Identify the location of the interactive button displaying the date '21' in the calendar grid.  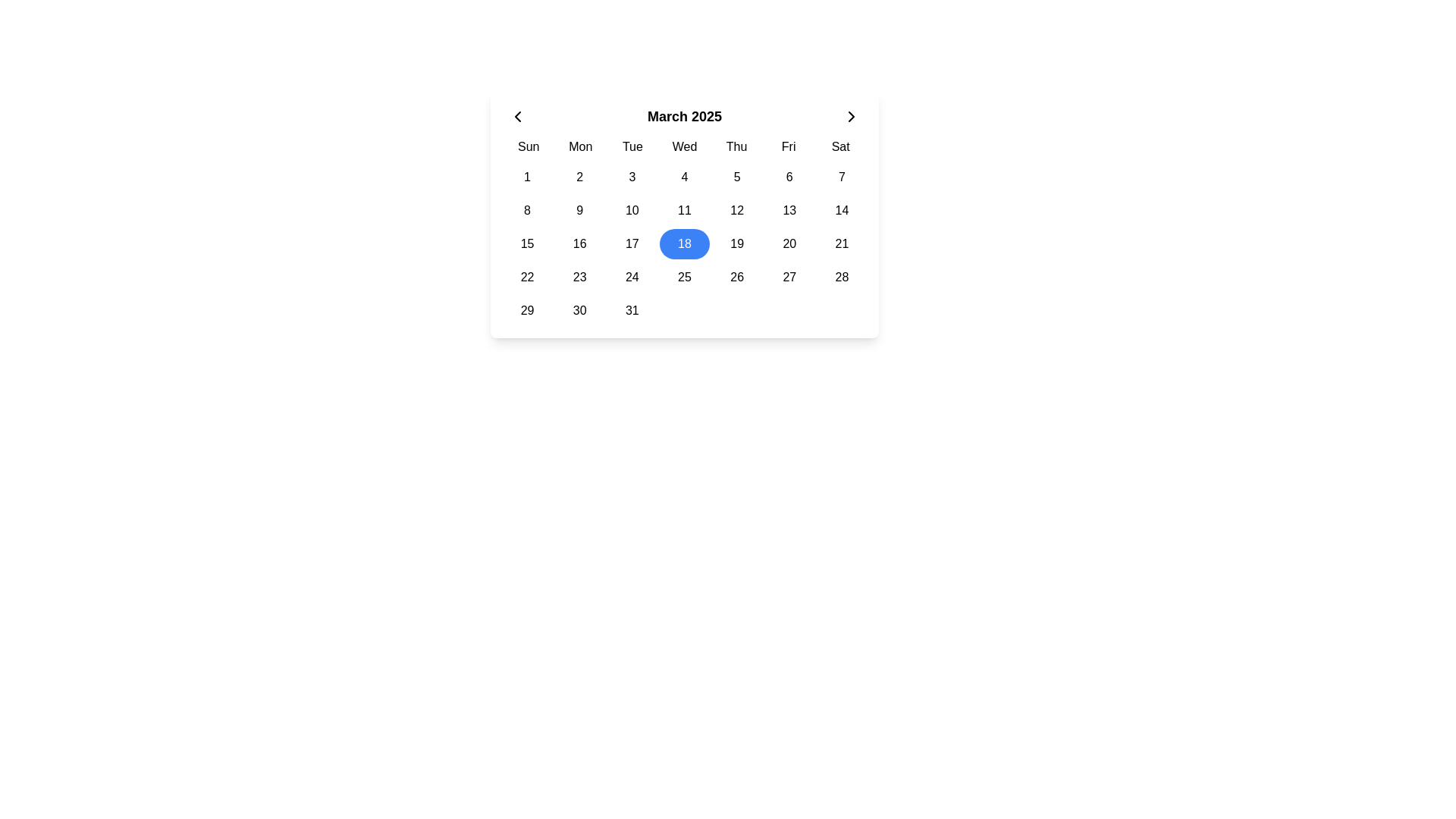
(841, 243).